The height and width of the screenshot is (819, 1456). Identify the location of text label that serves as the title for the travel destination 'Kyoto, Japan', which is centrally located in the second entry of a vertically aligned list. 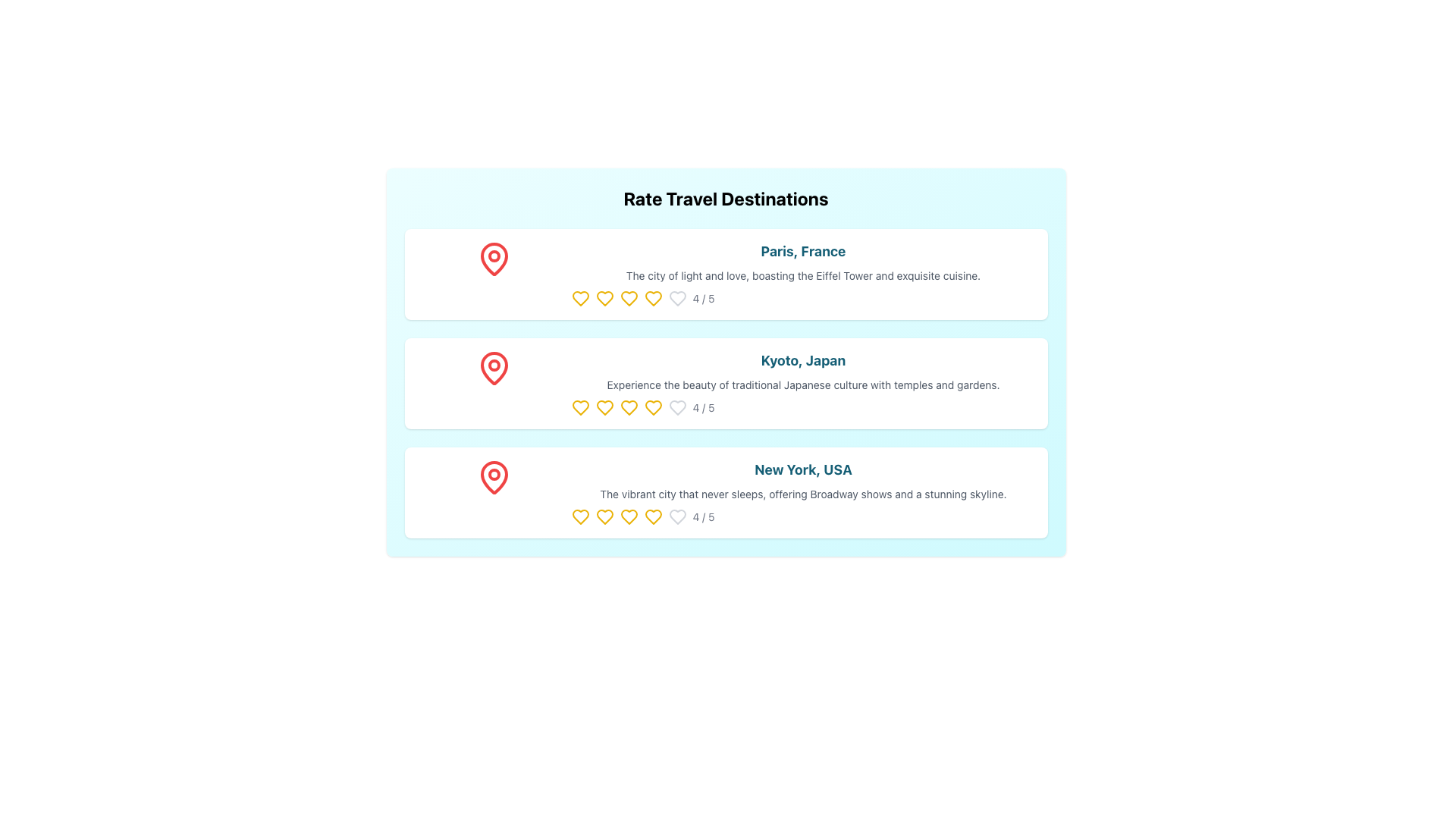
(802, 360).